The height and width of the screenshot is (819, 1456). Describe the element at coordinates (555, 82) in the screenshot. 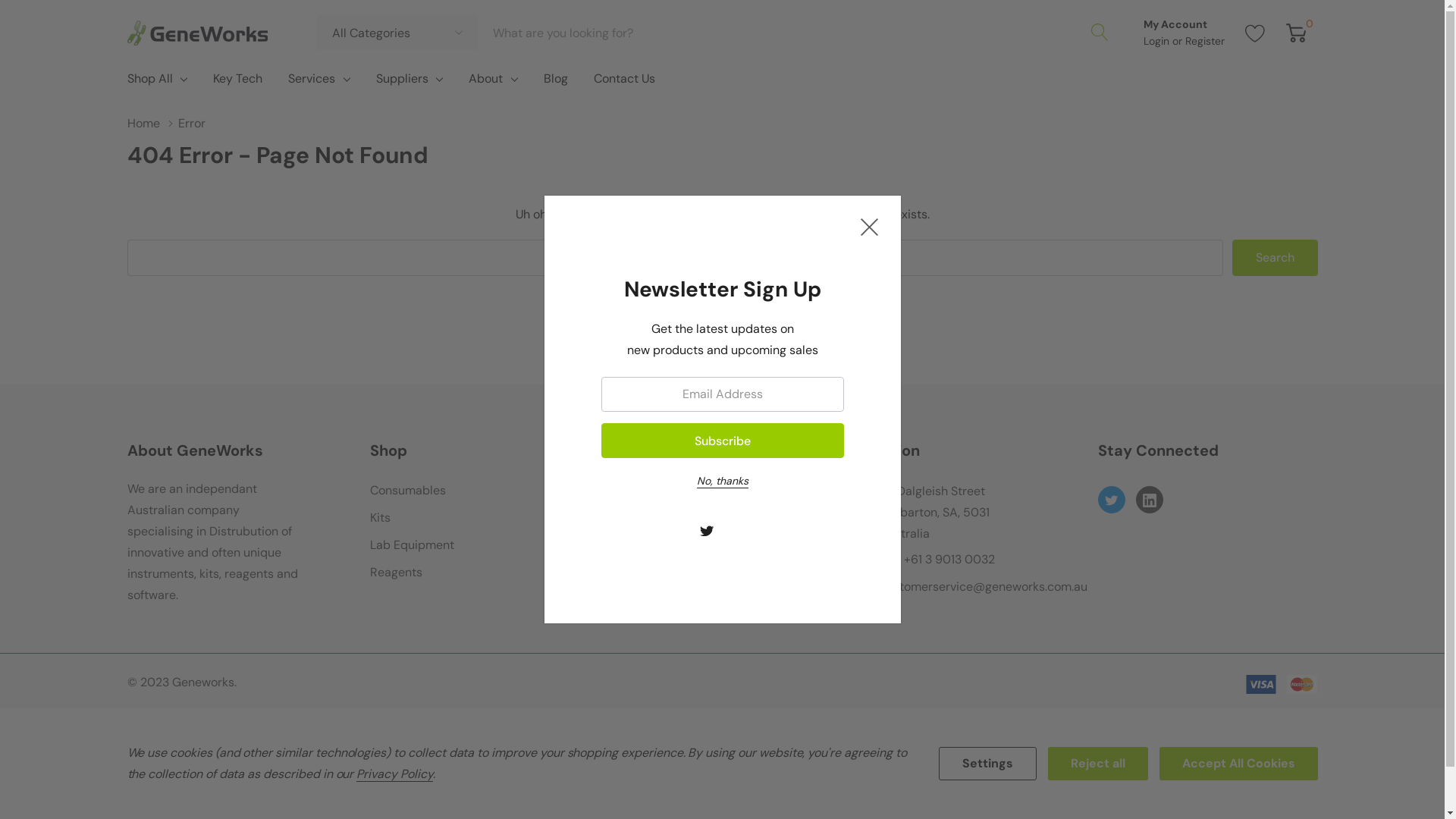

I see `'Blog'` at that location.